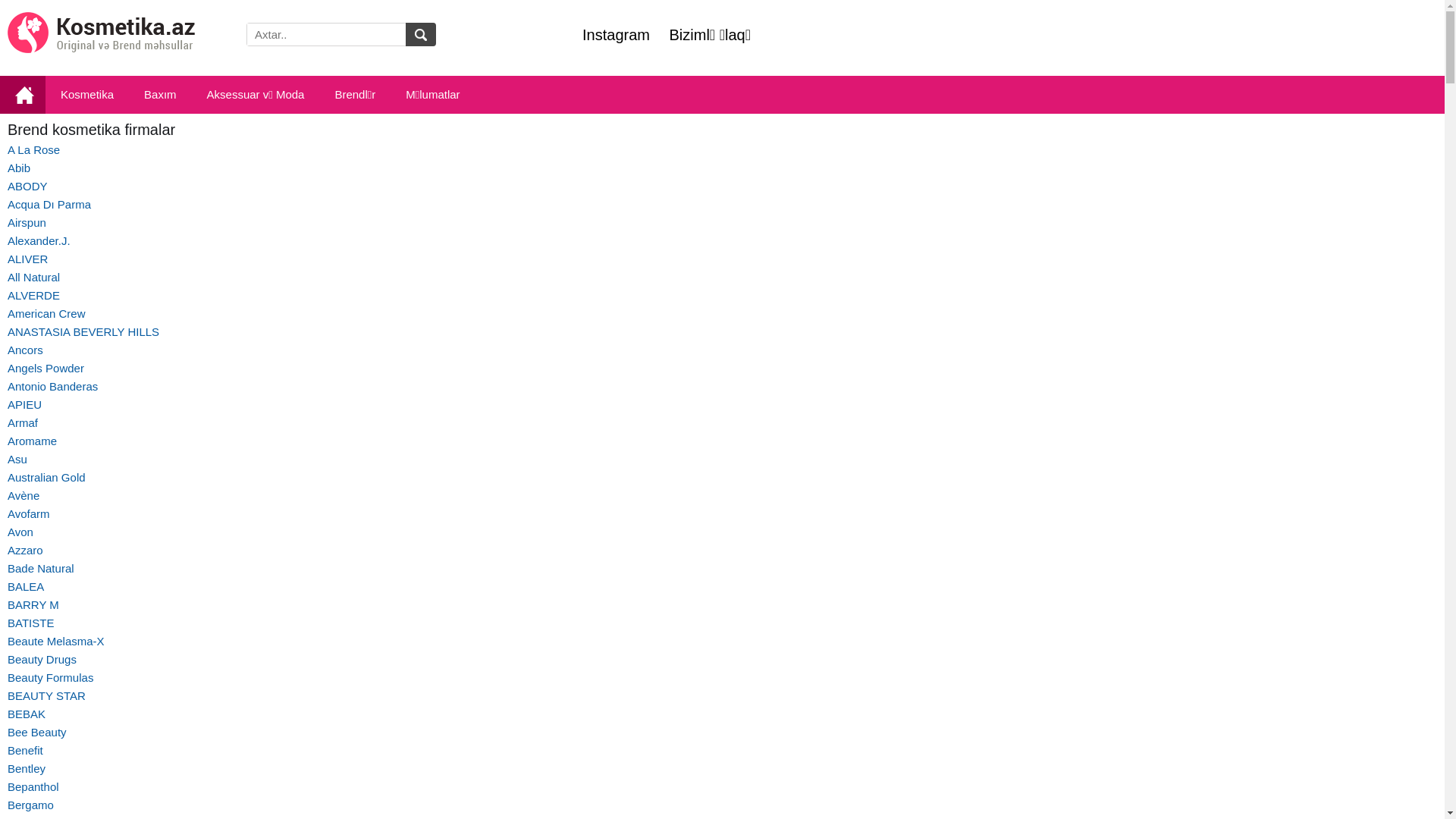 The image size is (1456, 819). Describe the element at coordinates (33, 786) in the screenshot. I see `'Bepanthol'` at that location.